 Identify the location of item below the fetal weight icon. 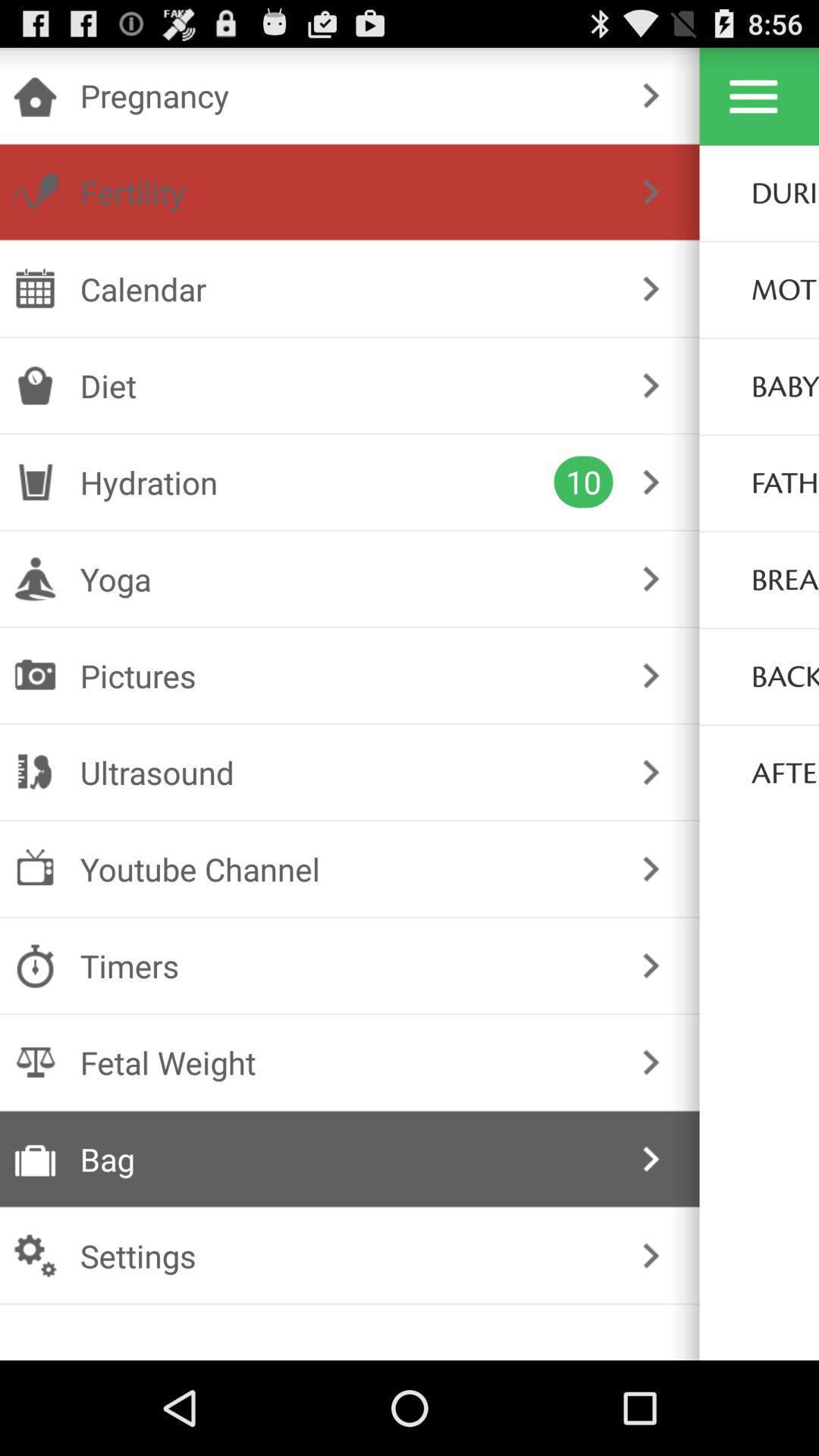
(347, 1158).